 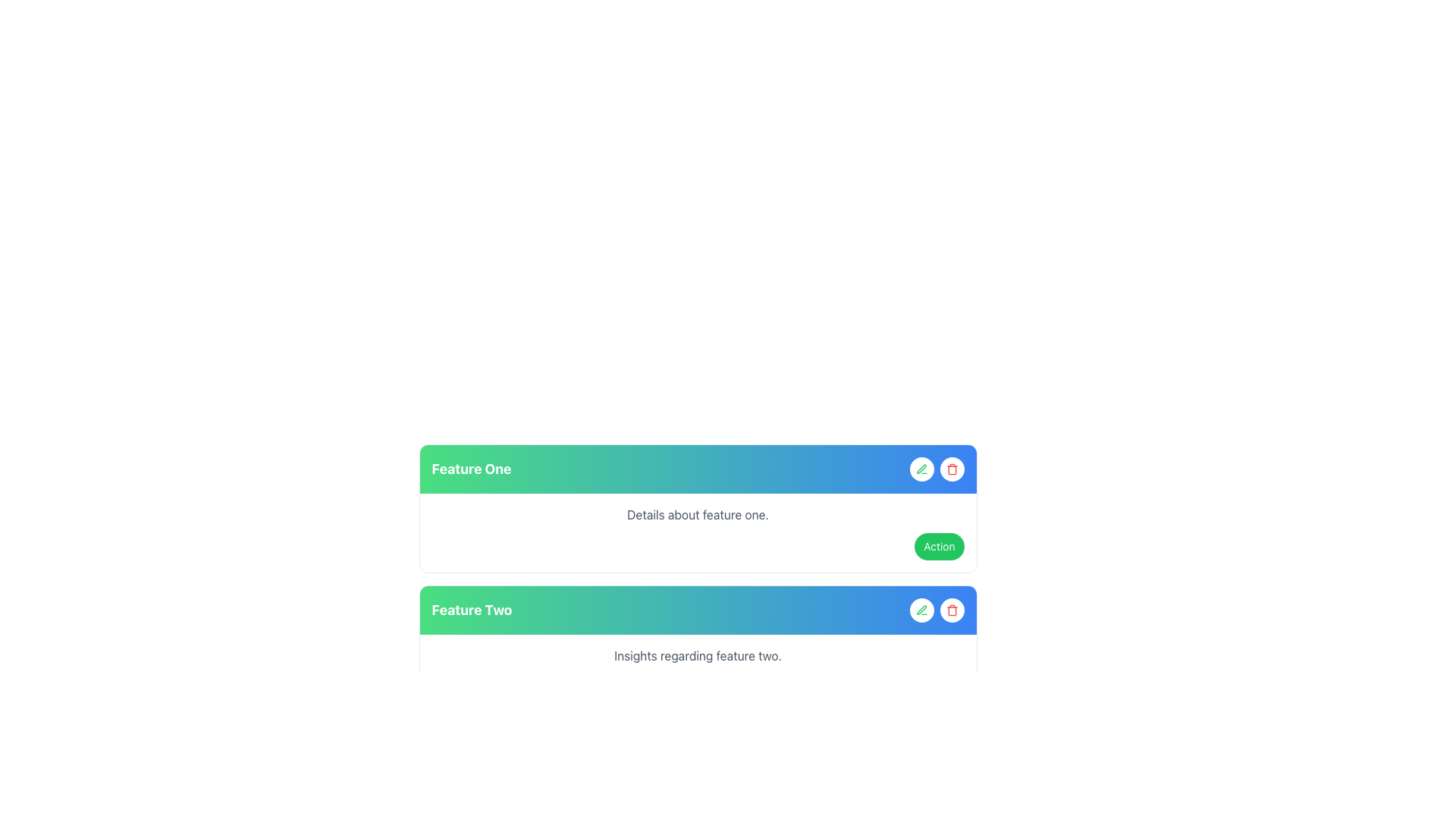 I want to click on the delete icon located at the far right of the blue header bar, so click(x=951, y=610).